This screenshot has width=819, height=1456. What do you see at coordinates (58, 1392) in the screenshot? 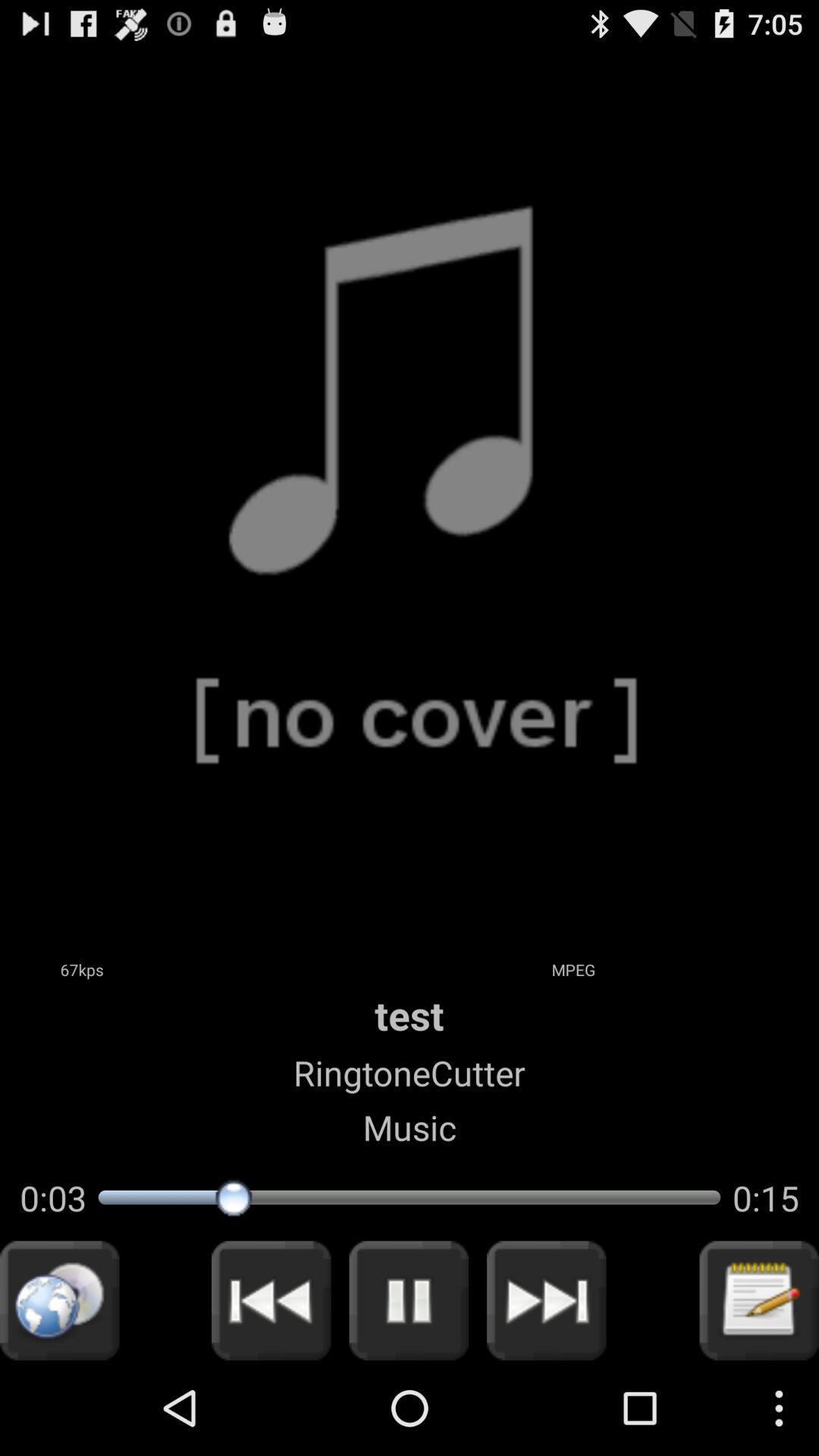
I see `the globe icon` at bounding box center [58, 1392].